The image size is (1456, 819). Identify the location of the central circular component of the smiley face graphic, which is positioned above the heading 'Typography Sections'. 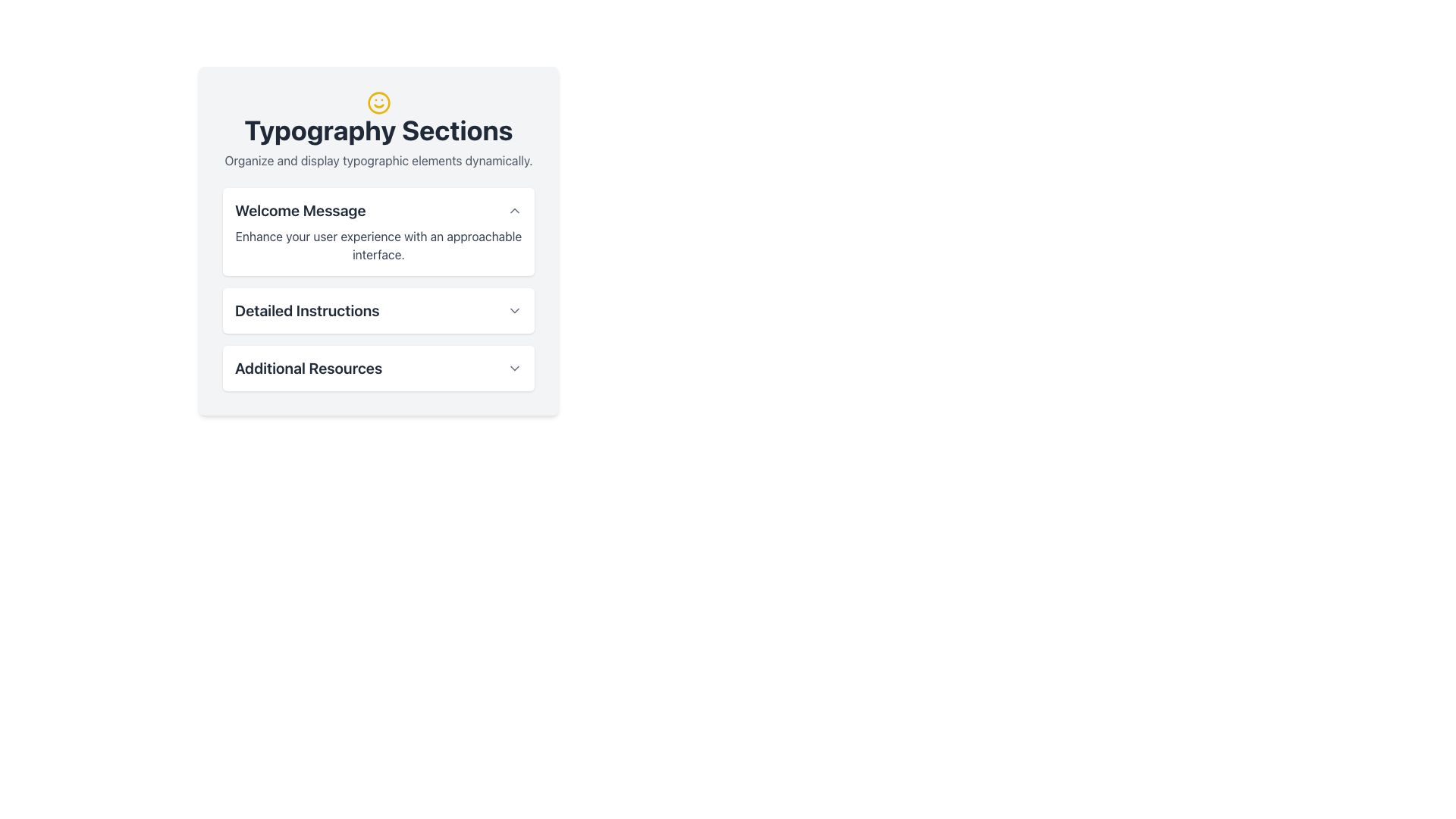
(378, 102).